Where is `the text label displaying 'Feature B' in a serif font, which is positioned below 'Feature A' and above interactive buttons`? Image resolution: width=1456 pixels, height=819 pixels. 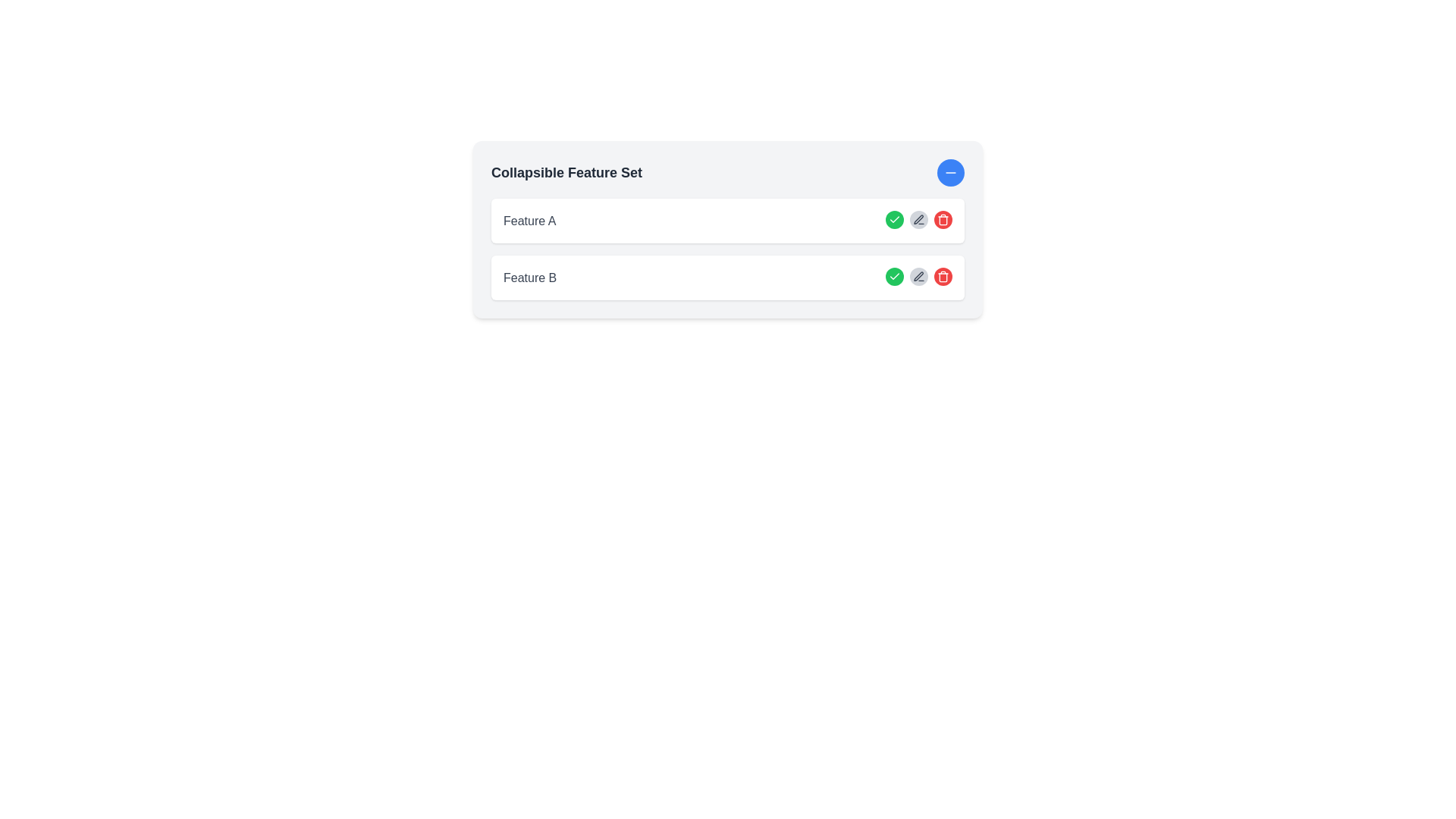
the text label displaying 'Feature B' in a serif font, which is positioned below 'Feature A' and above interactive buttons is located at coordinates (530, 278).